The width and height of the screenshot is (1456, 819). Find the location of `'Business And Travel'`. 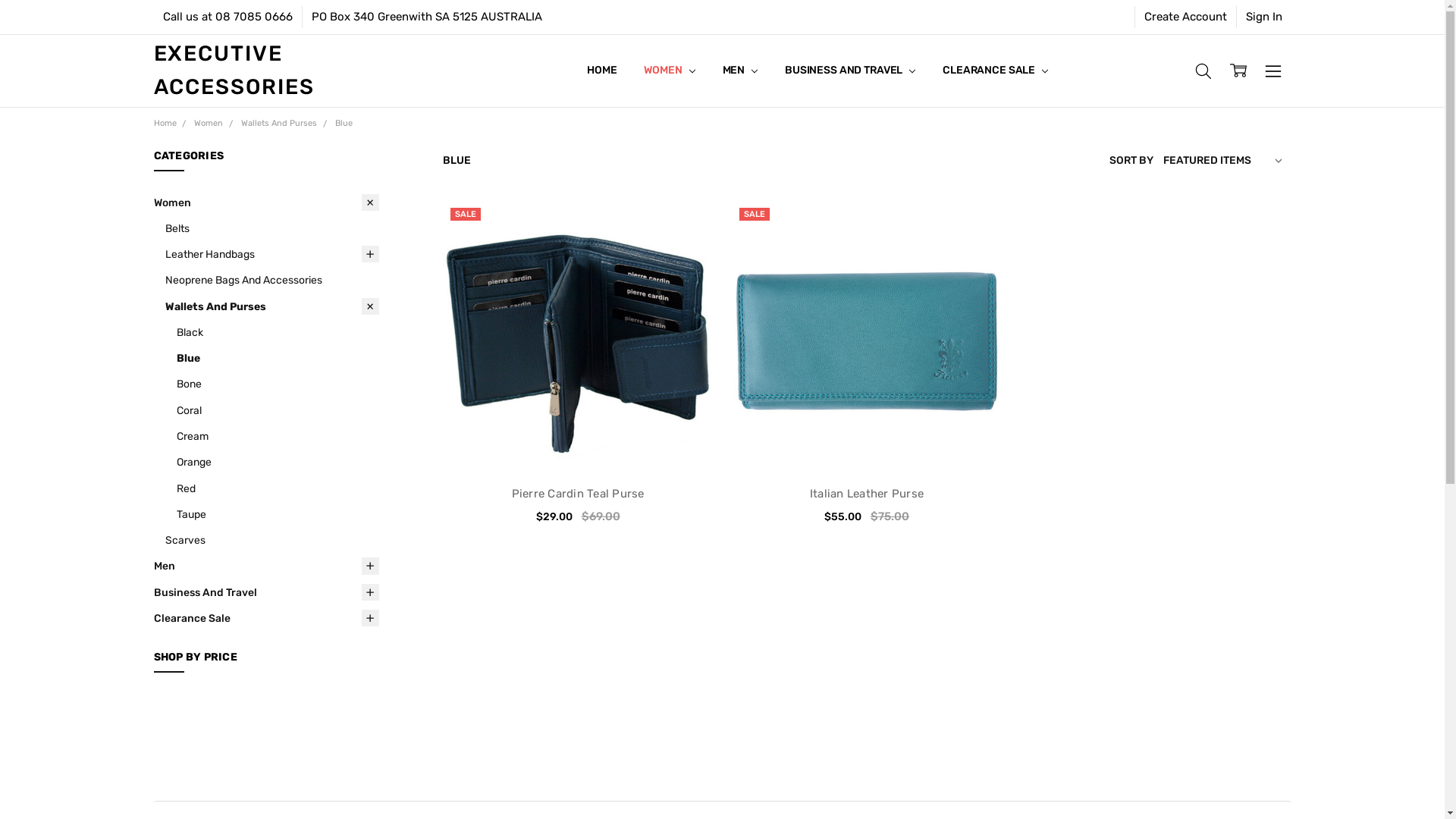

'Business And Travel' is located at coordinates (265, 591).